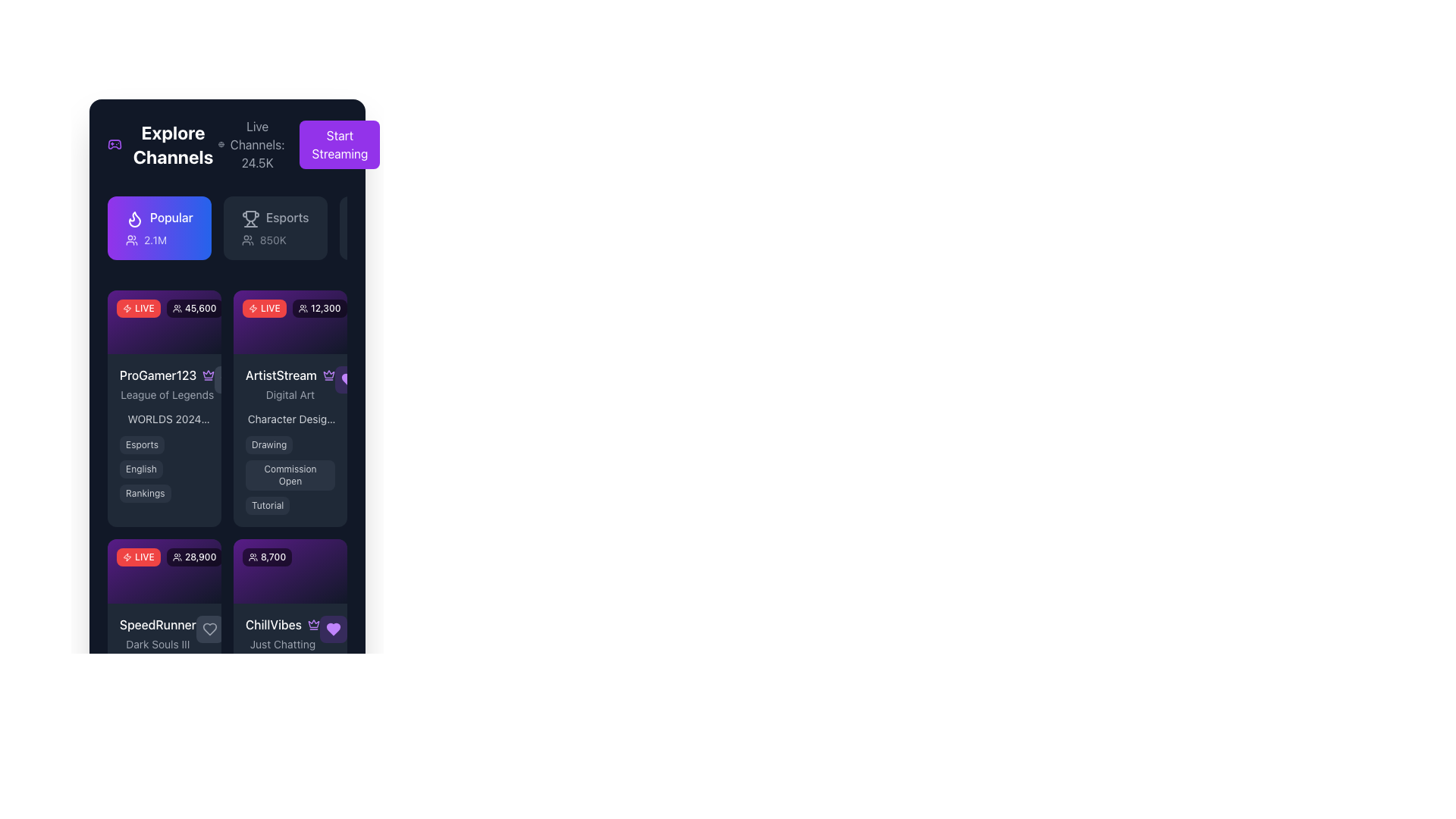 The width and height of the screenshot is (1456, 819). What do you see at coordinates (281, 375) in the screenshot?
I see `the Text Label displaying 'ArtistStream', which is styled with a white font on a dark background and positioned in the center top area of its card` at bounding box center [281, 375].